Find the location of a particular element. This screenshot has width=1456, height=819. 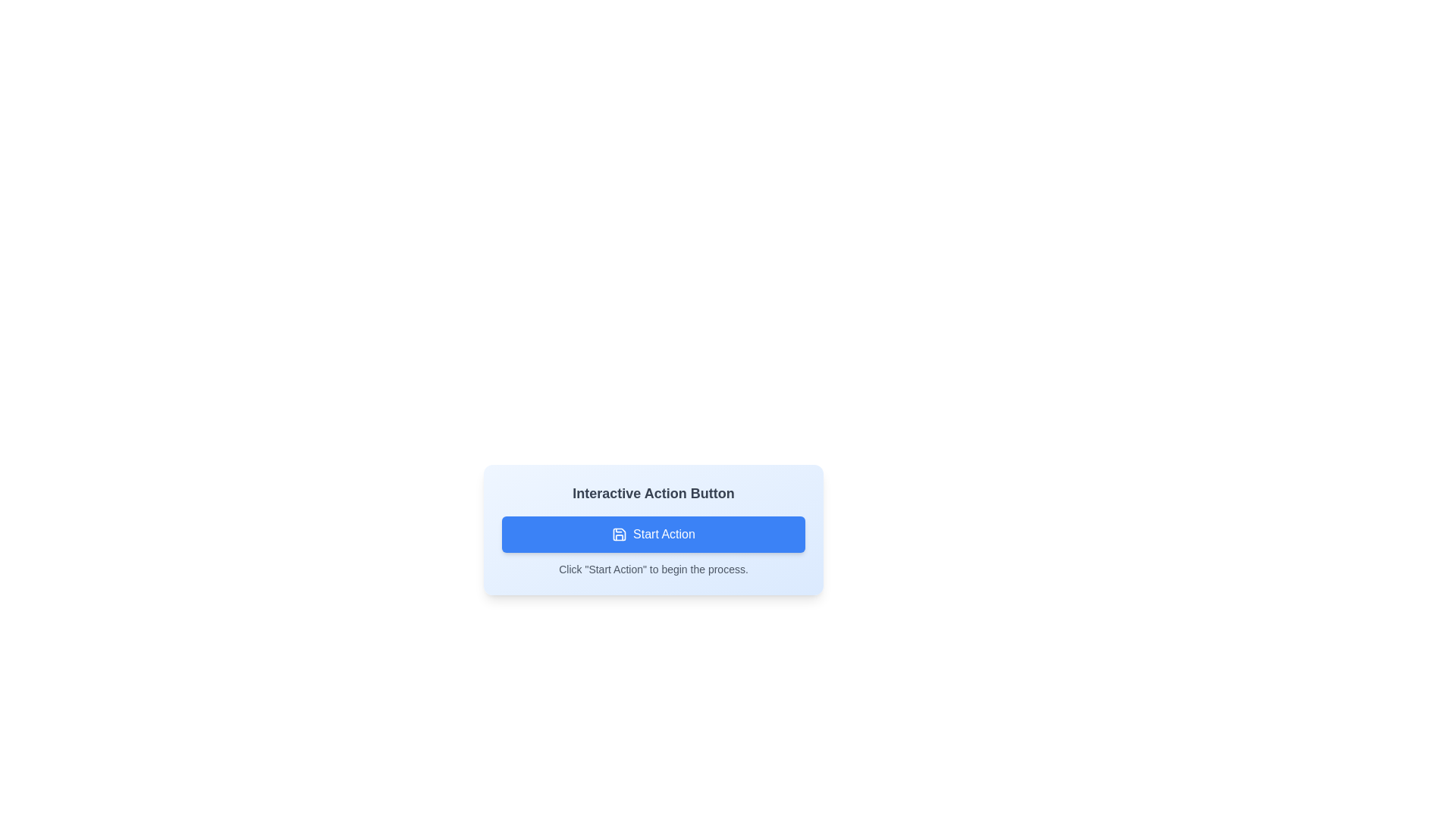

the save disk icon is located at coordinates (620, 534).